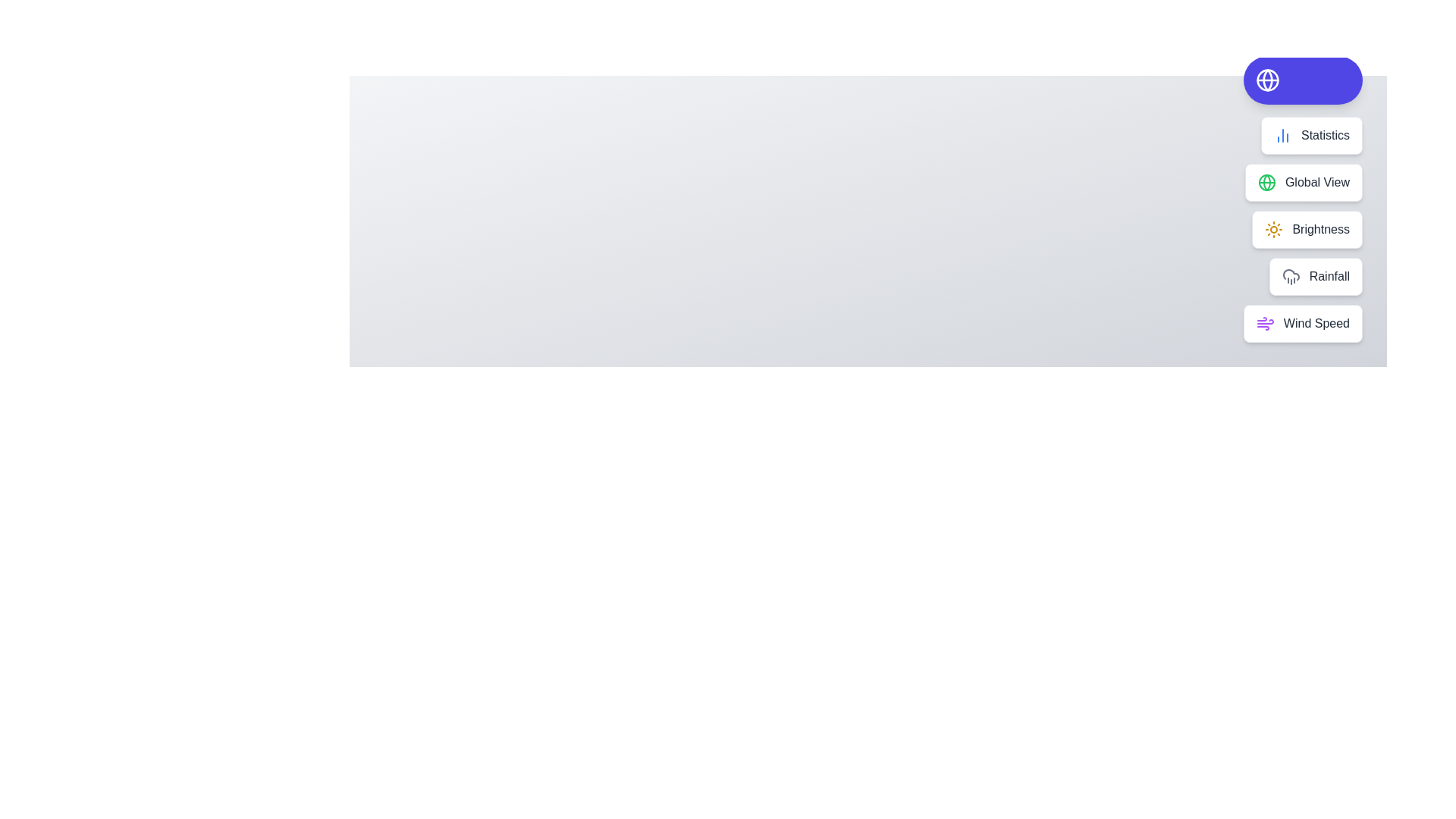 This screenshot has height=819, width=1456. What do you see at coordinates (1315, 277) in the screenshot?
I see `the action Rainfall from the speed dial` at bounding box center [1315, 277].